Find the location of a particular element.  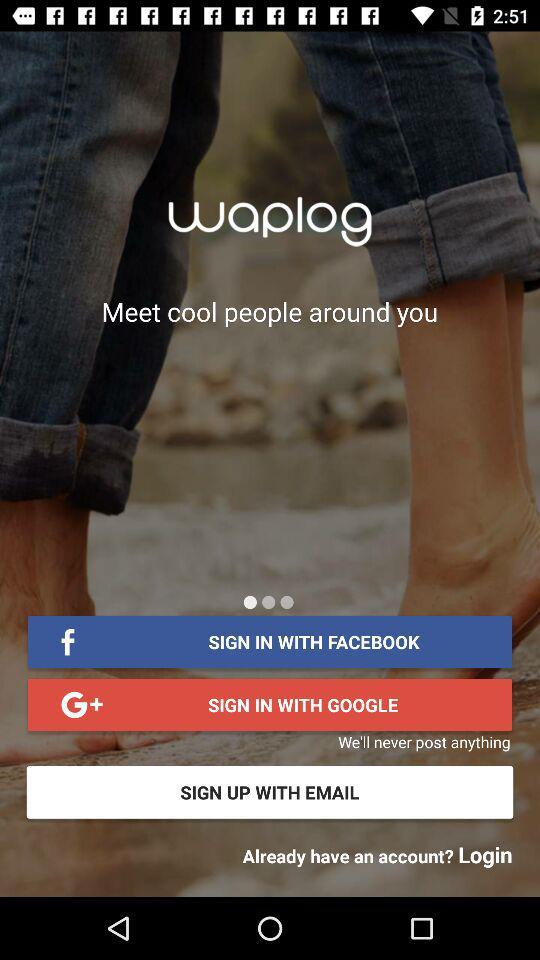

already have an item is located at coordinates (377, 853).